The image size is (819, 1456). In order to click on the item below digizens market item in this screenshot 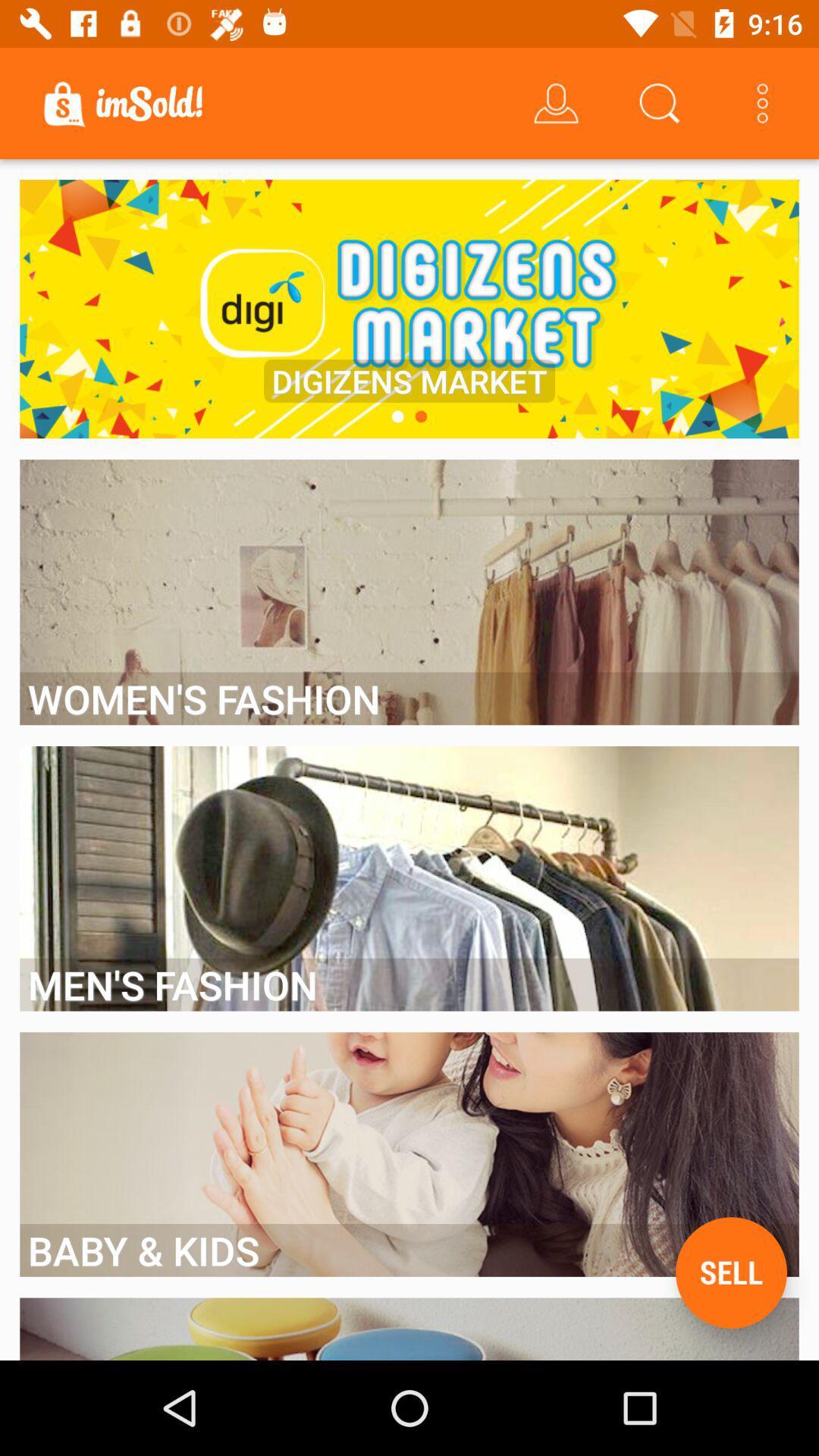, I will do `click(397, 416)`.